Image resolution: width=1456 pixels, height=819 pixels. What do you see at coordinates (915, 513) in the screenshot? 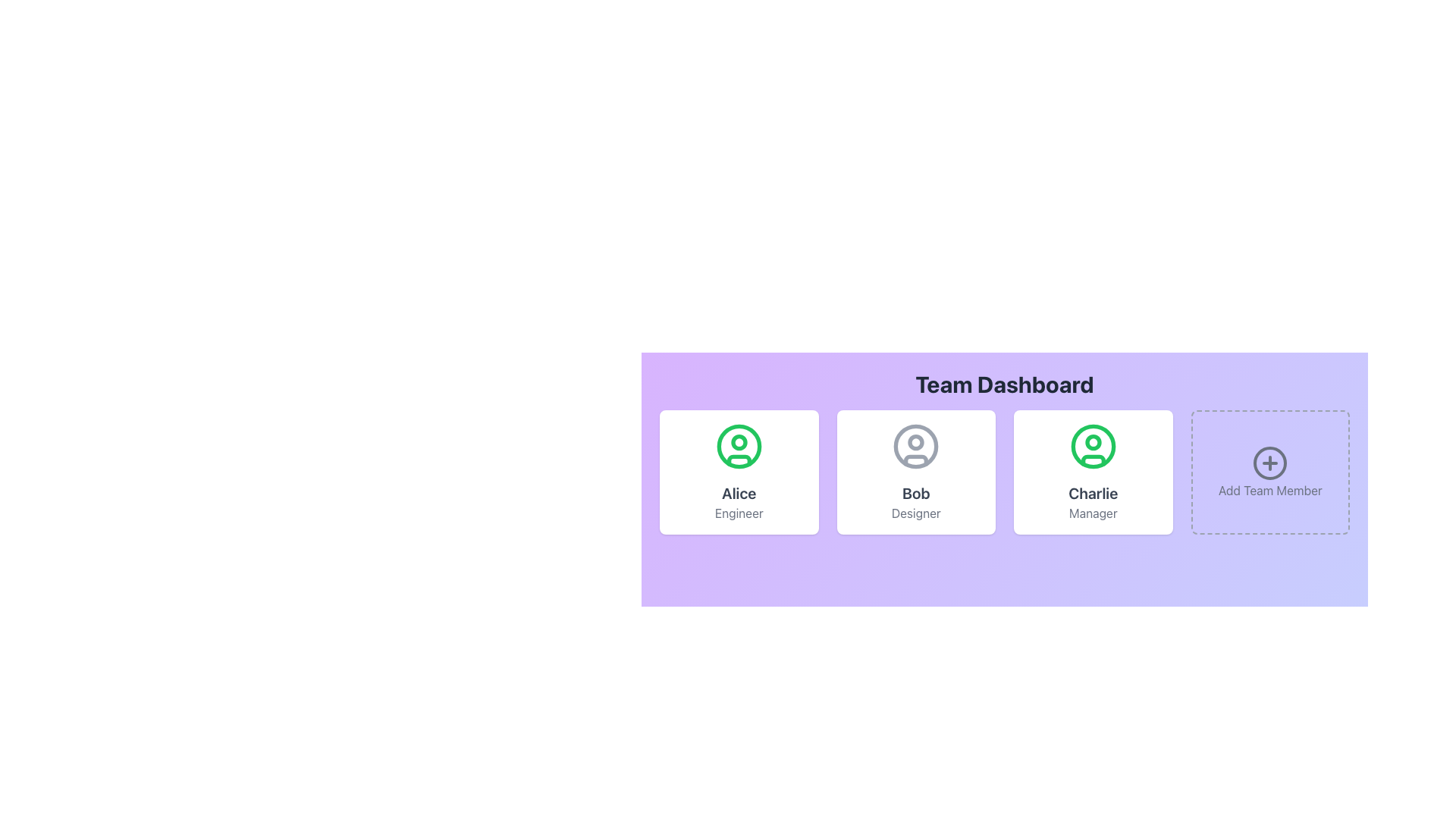
I see `the Text label displaying the role 'Designer' located at the bottom of Bob's profile card to emphasize the role or view tooltip` at bounding box center [915, 513].